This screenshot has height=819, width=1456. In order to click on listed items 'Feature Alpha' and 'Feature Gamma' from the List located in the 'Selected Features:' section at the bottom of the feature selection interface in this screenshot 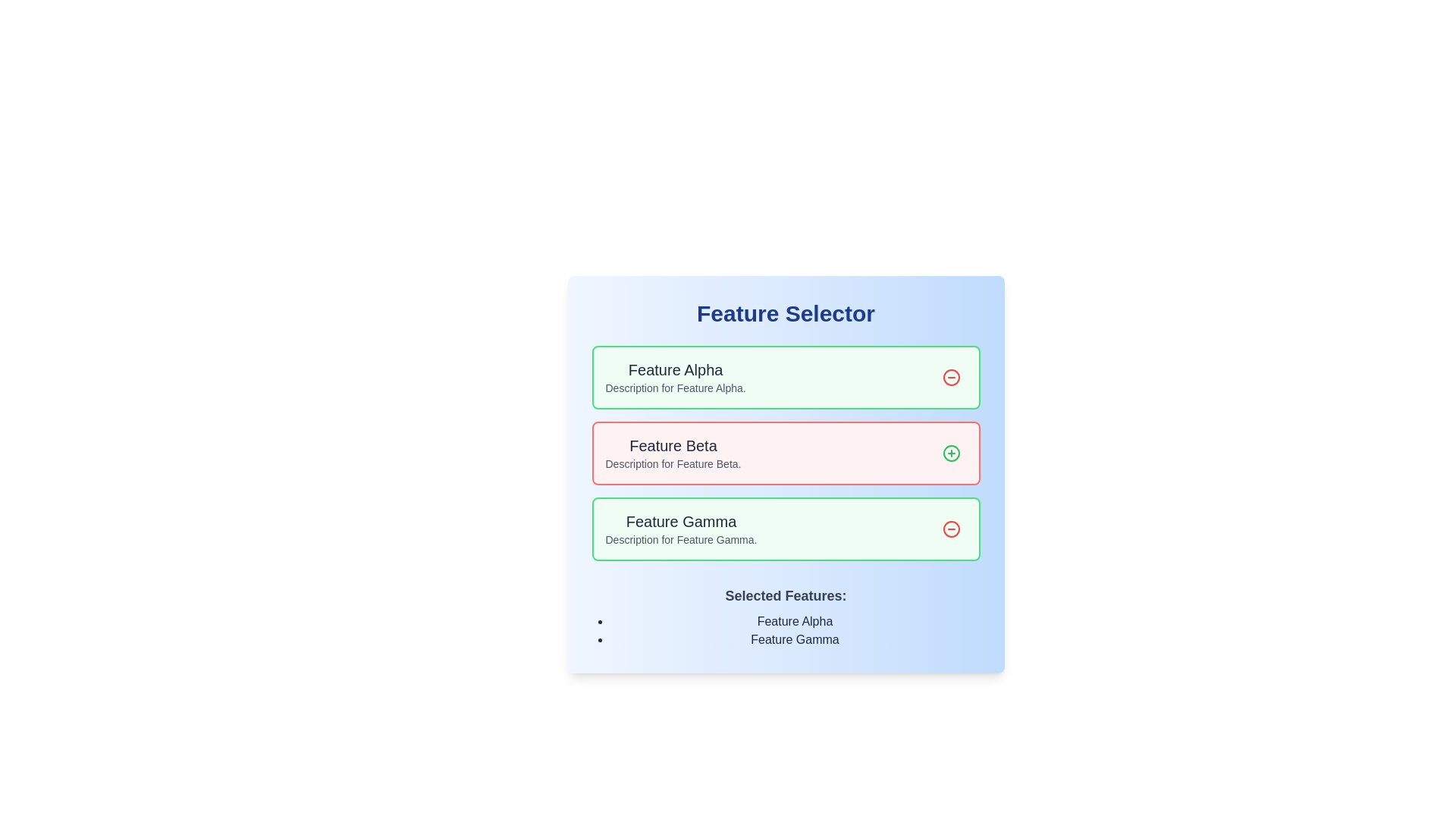, I will do `click(794, 631)`.